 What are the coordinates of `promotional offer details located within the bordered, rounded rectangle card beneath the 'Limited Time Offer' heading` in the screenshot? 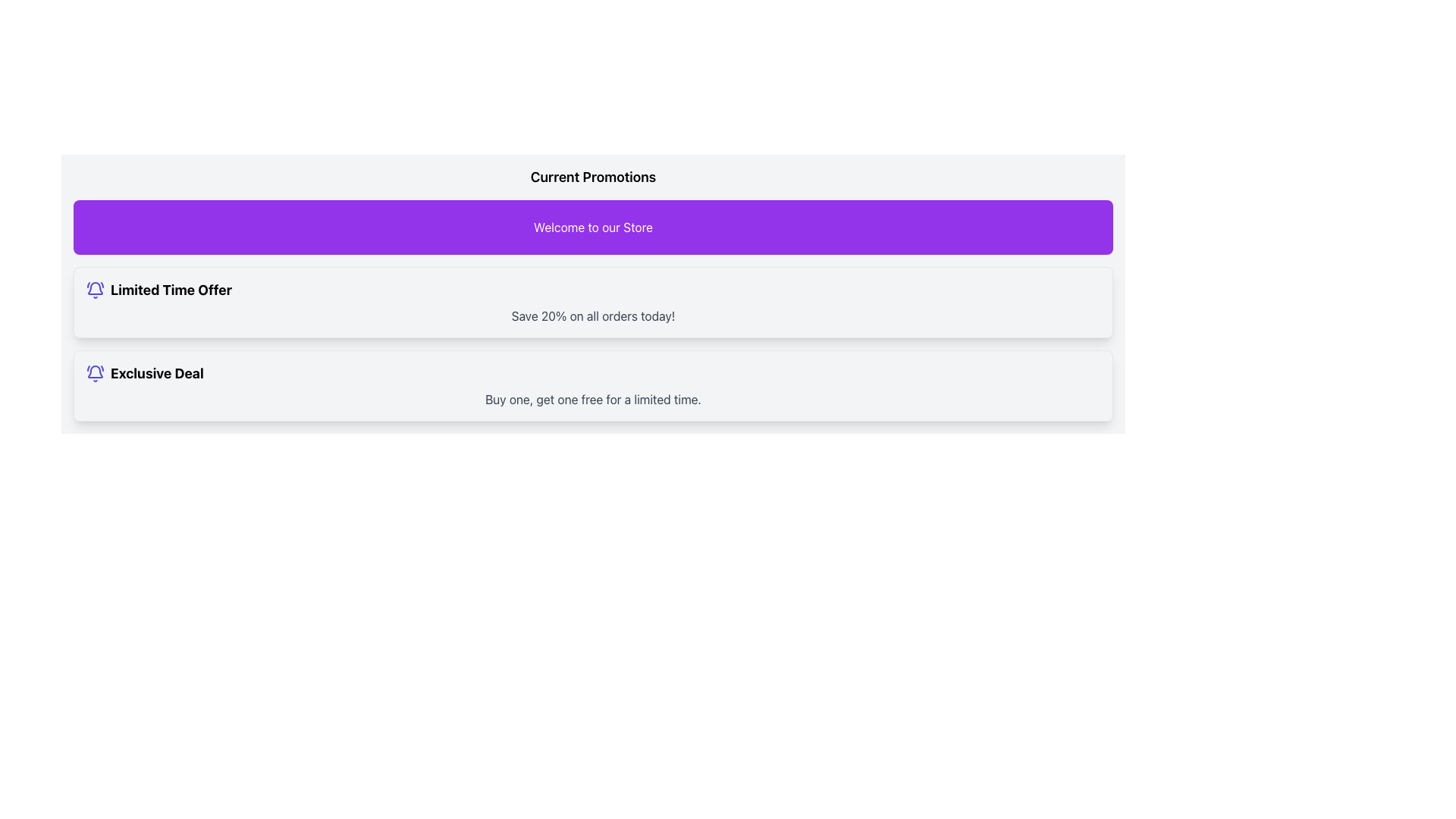 It's located at (592, 315).